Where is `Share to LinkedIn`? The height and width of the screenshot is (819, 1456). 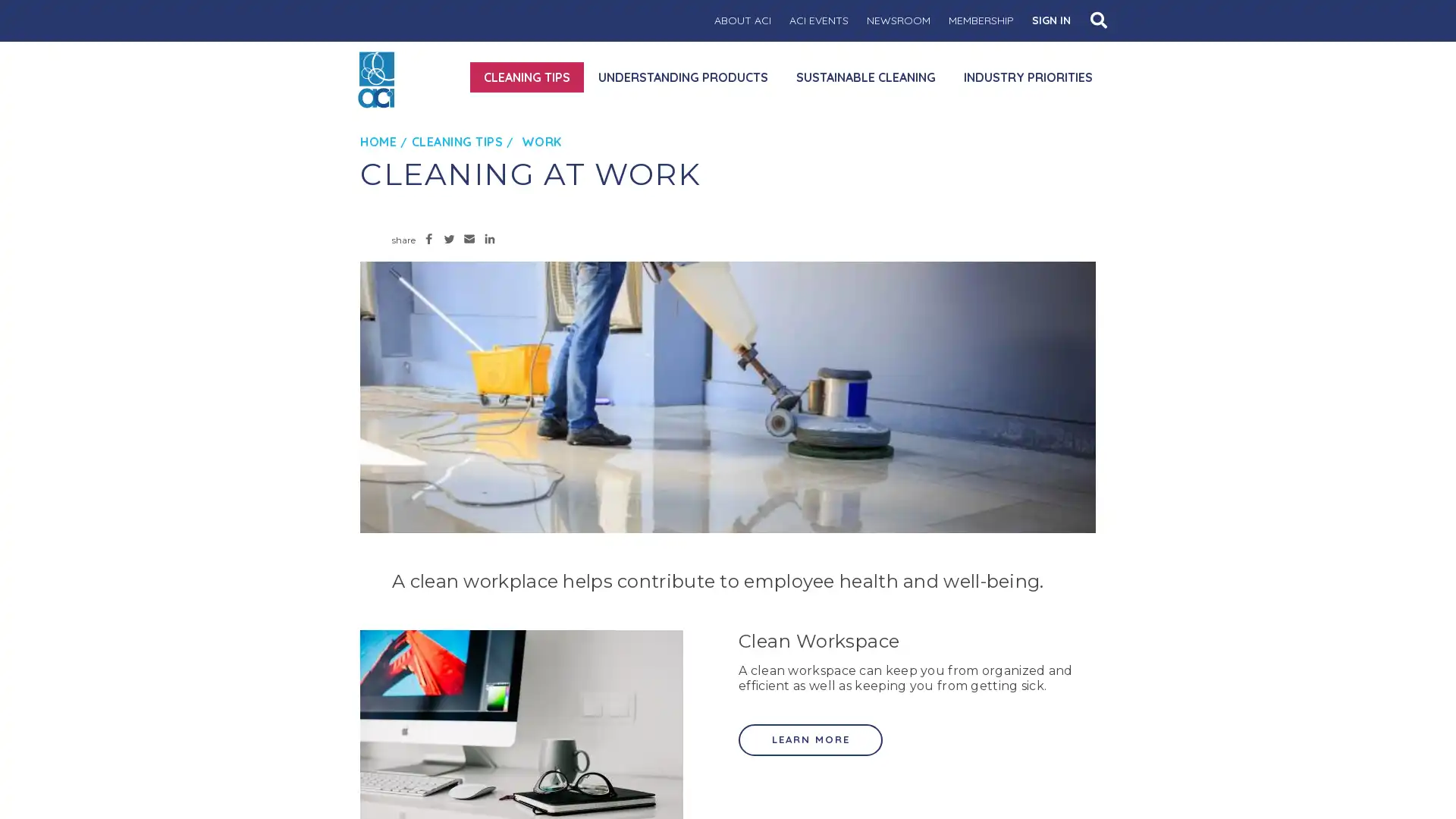
Share to LinkedIn is located at coordinates (482, 239).